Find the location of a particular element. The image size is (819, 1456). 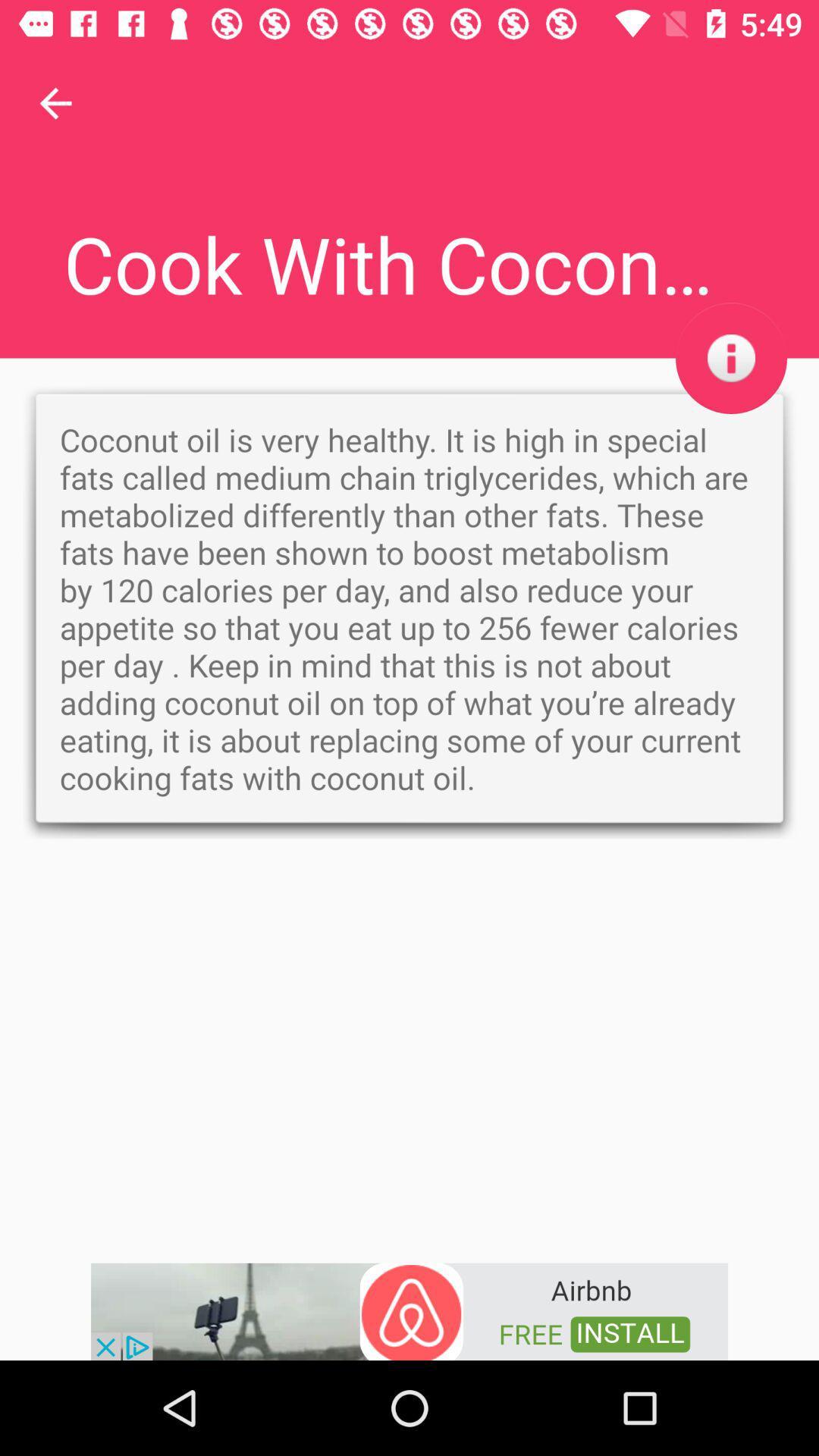

advertisement bar is located at coordinates (409, 1310).